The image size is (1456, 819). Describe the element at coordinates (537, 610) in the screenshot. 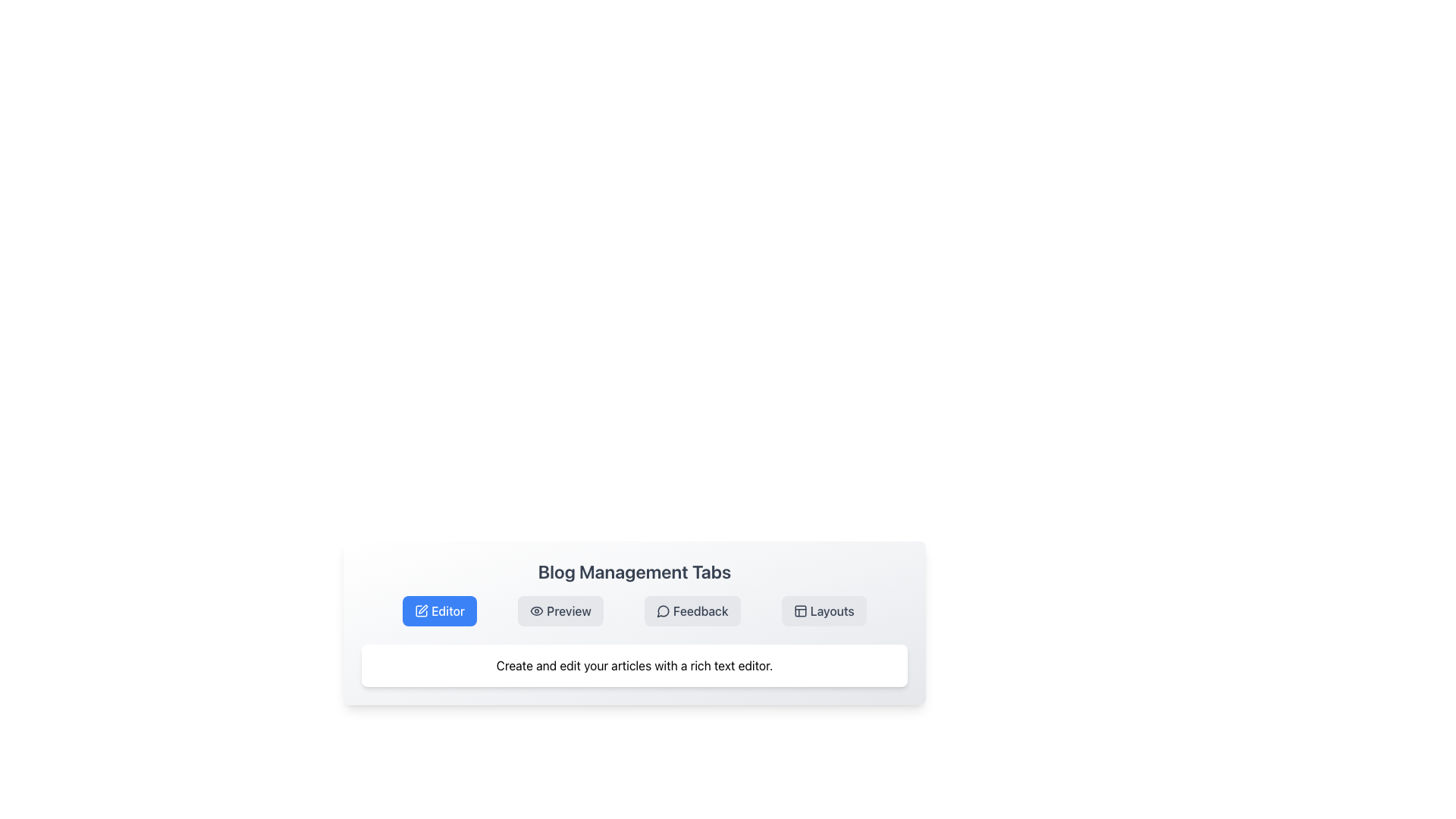

I see `the eye icon element in the toolbar, which indicates the 'Preview' functionality, located to the right of the 'Editor' button and adjacent to the 'Preview' button` at that location.